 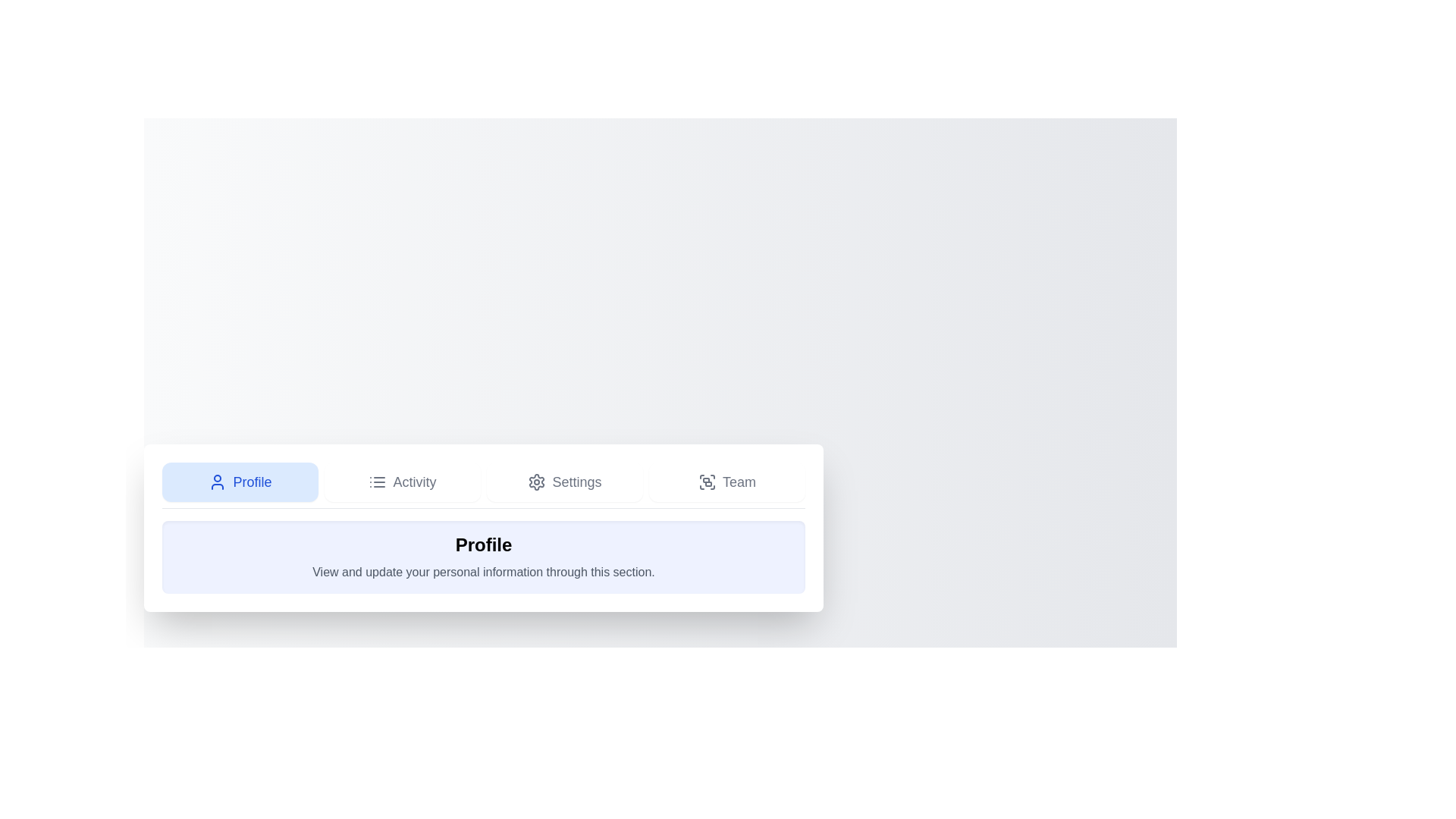 What do you see at coordinates (726, 482) in the screenshot?
I see `the tab labeled Team to observe its hover effect` at bounding box center [726, 482].